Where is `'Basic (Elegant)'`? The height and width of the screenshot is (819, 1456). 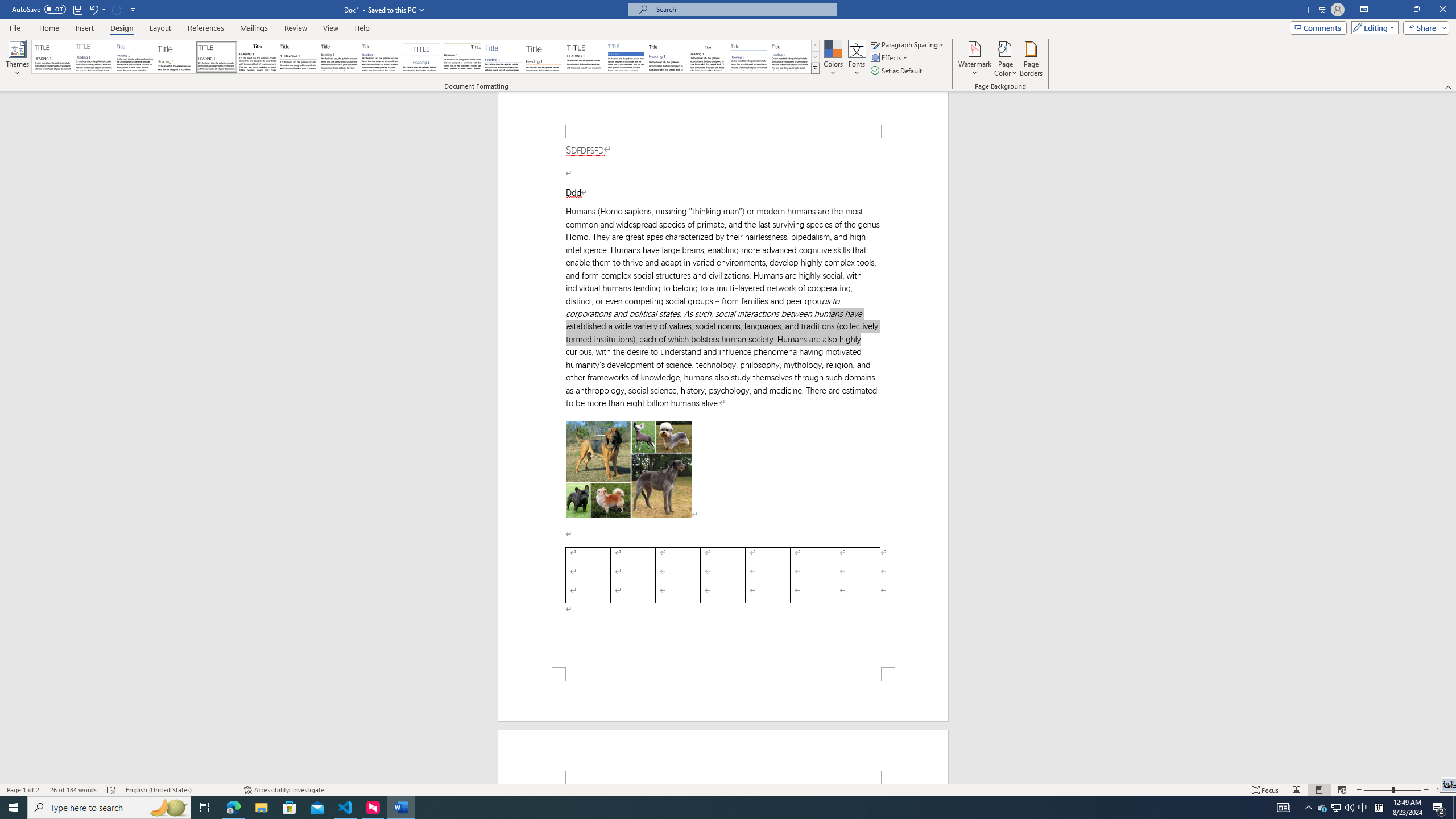 'Basic (Elegant)' is located at coordinates (93, 56).